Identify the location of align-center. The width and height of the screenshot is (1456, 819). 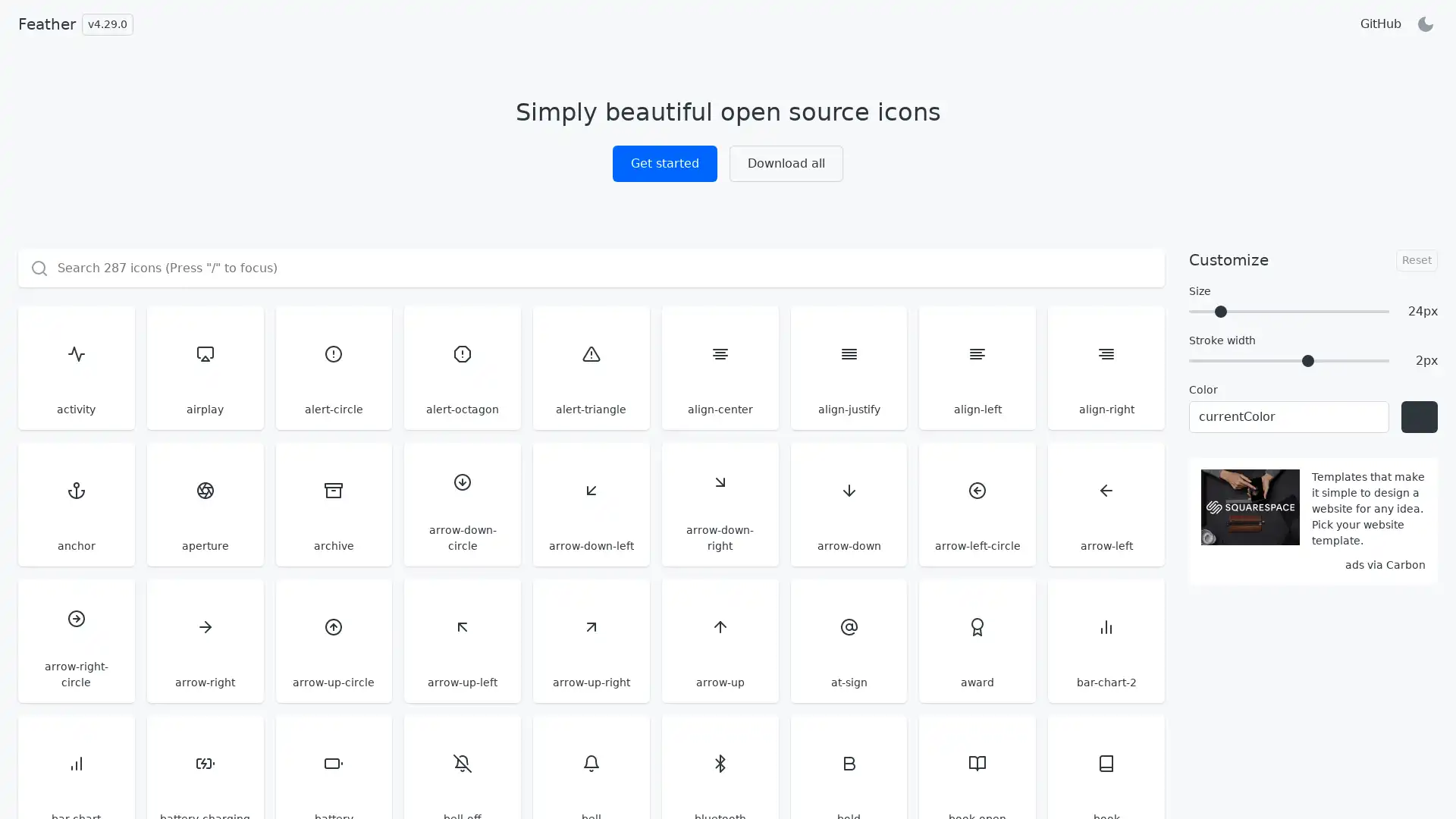
(719, 368).